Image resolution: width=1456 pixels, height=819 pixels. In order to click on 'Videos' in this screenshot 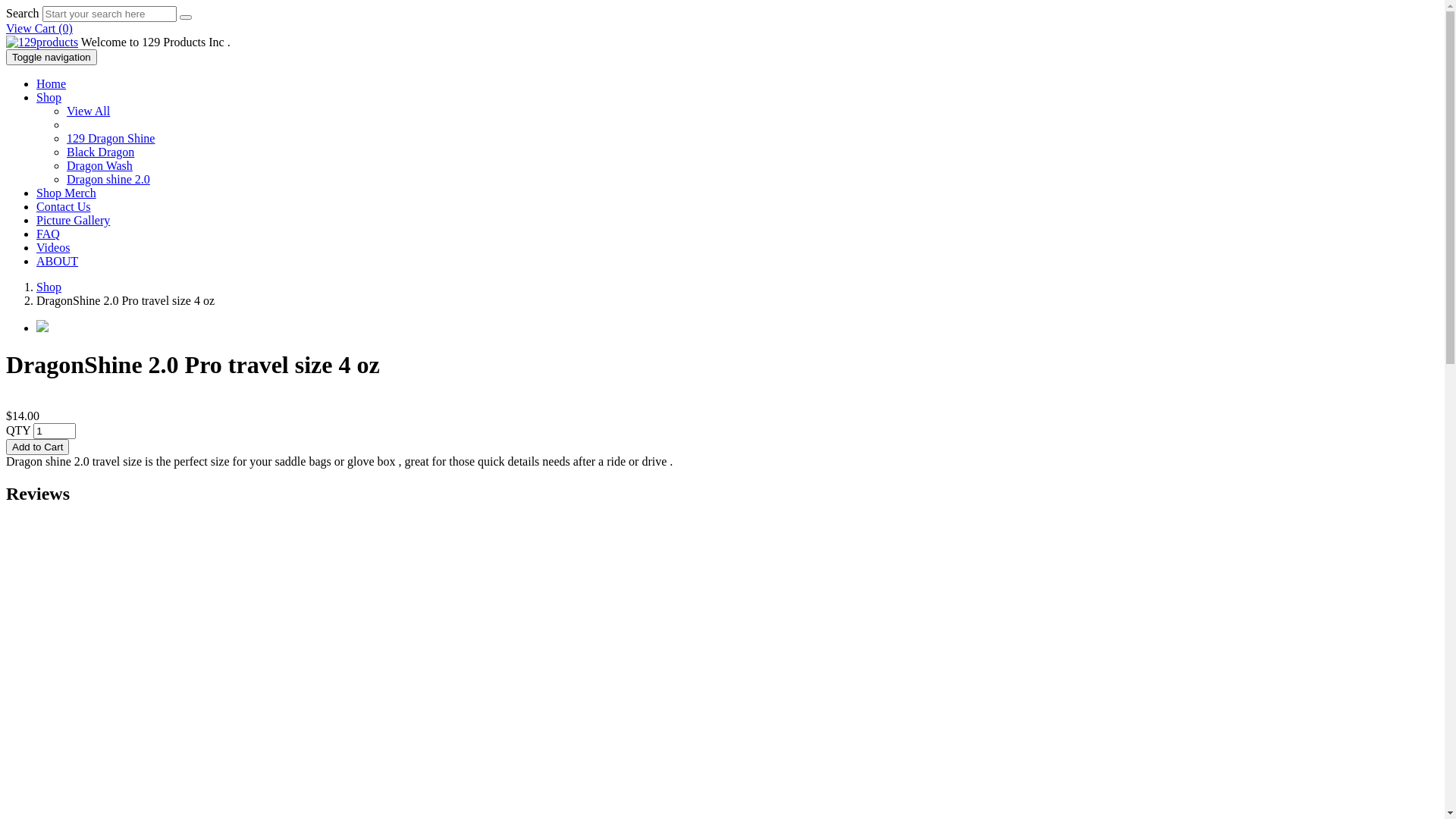, I will do `click(53, 246)`.